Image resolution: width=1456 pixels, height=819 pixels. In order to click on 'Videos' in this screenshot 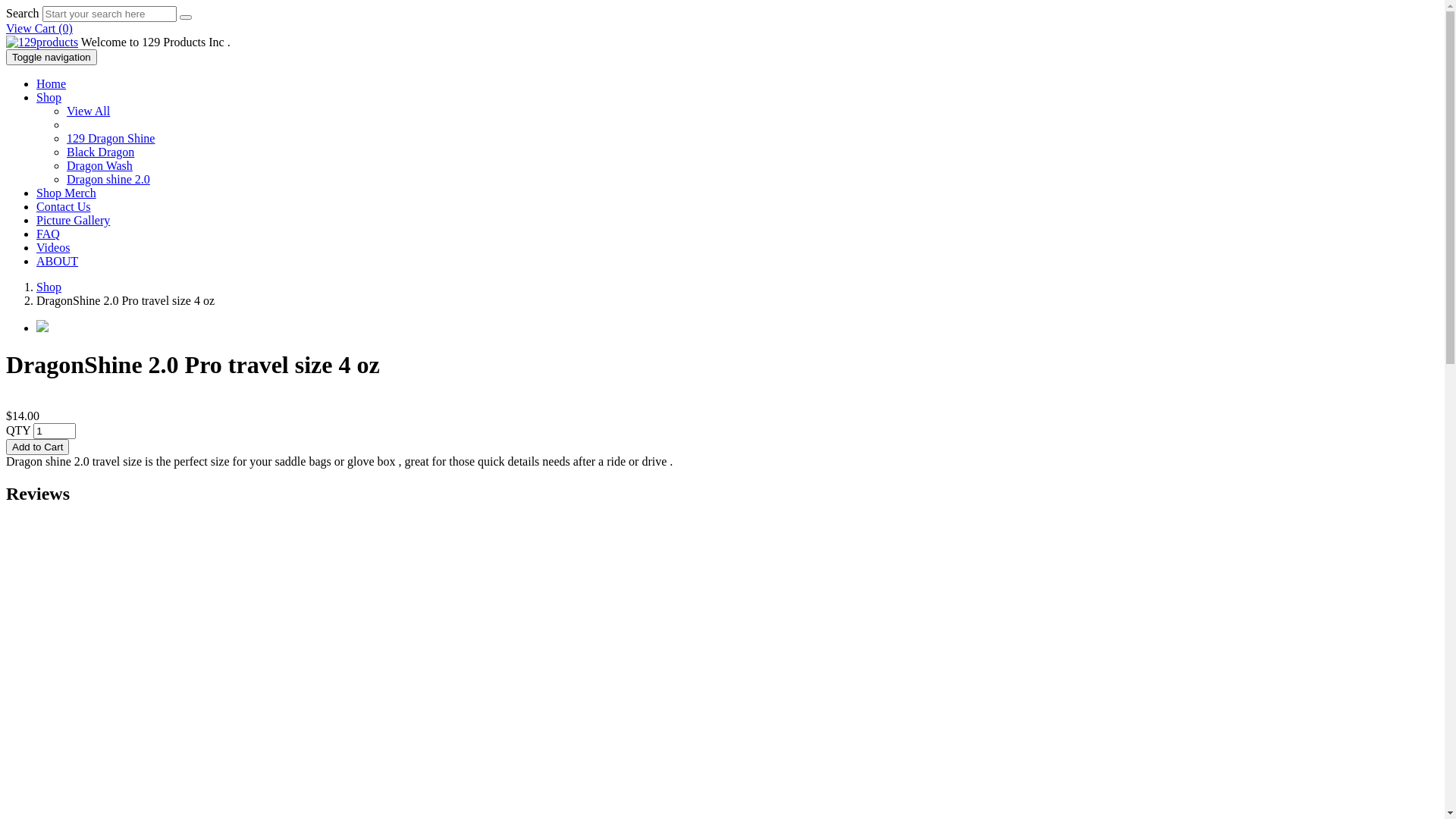, I will do `click(53, 246)`.